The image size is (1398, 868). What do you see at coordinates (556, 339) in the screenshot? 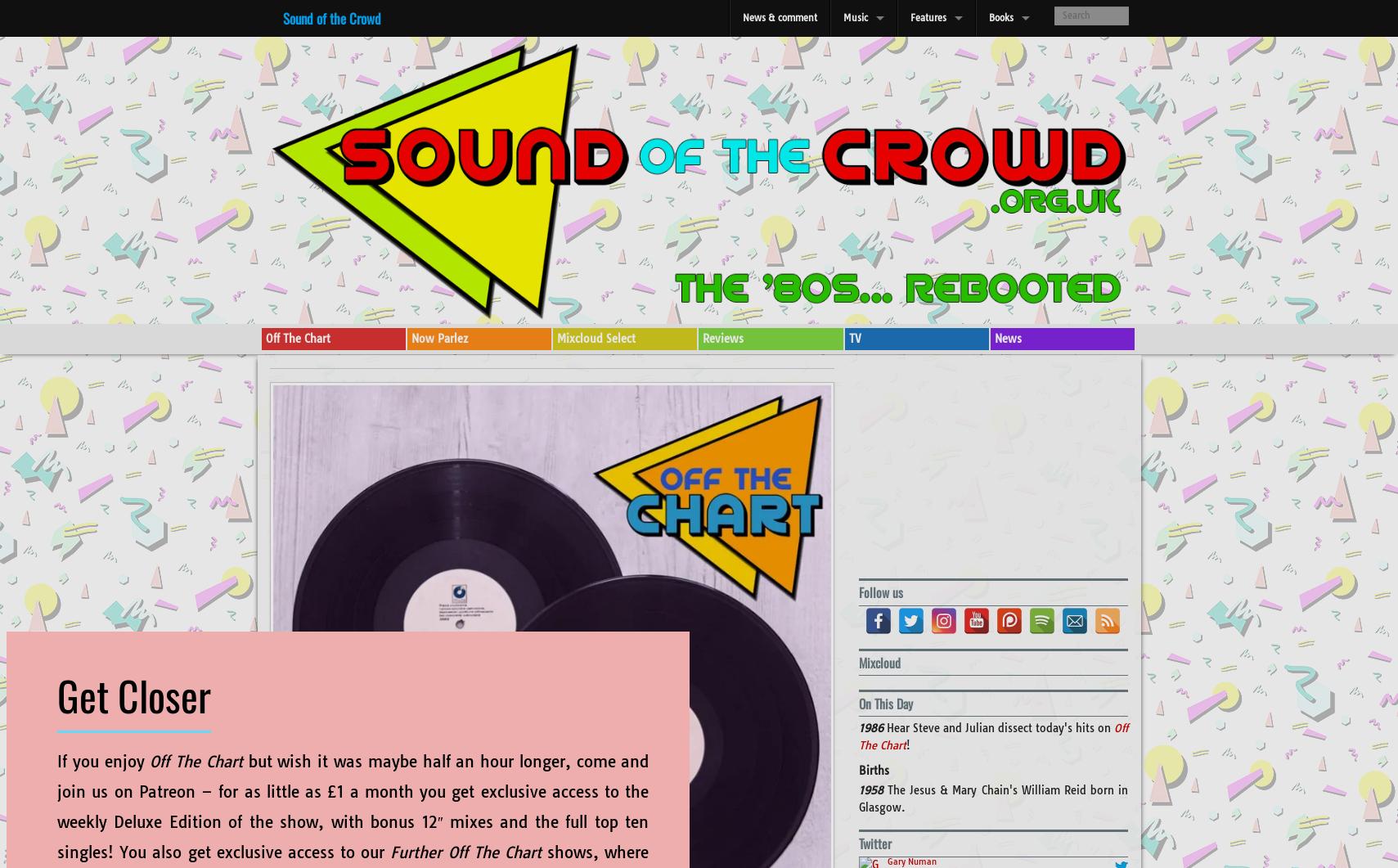
I see `'Mixcloud Select'` at bounding box center [556, 339].